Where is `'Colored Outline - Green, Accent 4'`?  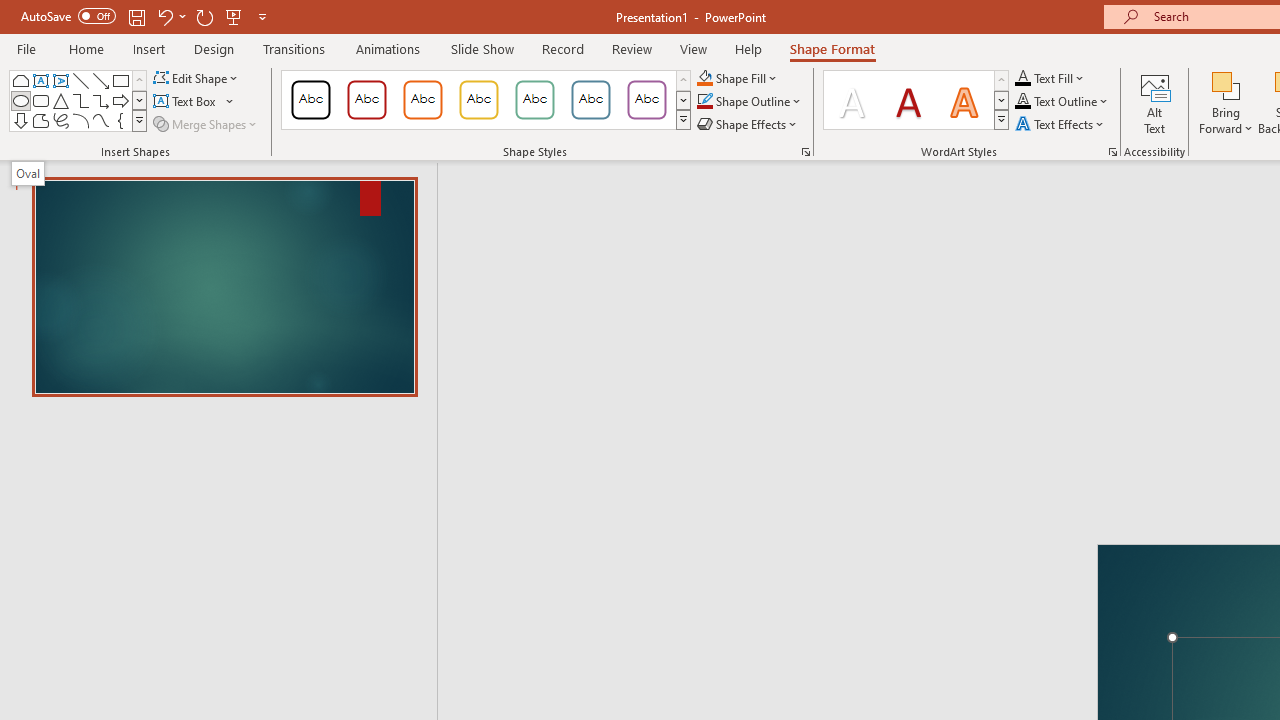
'Colored Outline - Green, Accent 4' is located at coordinates (535, 100).